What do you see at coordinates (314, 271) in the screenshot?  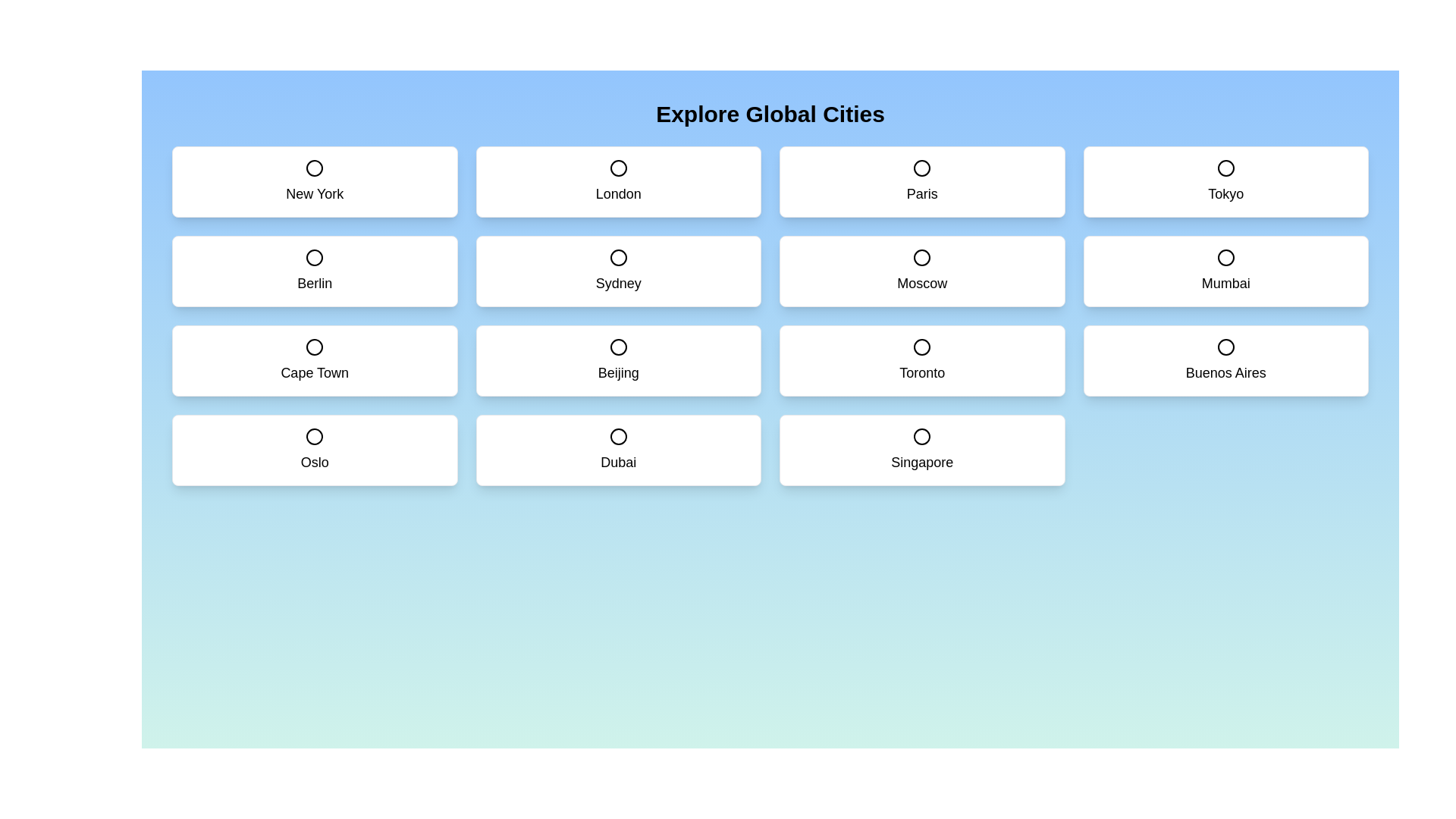 I see `the city card labeled Berlin to toggle its selection state` at bounding box center [314, 271].